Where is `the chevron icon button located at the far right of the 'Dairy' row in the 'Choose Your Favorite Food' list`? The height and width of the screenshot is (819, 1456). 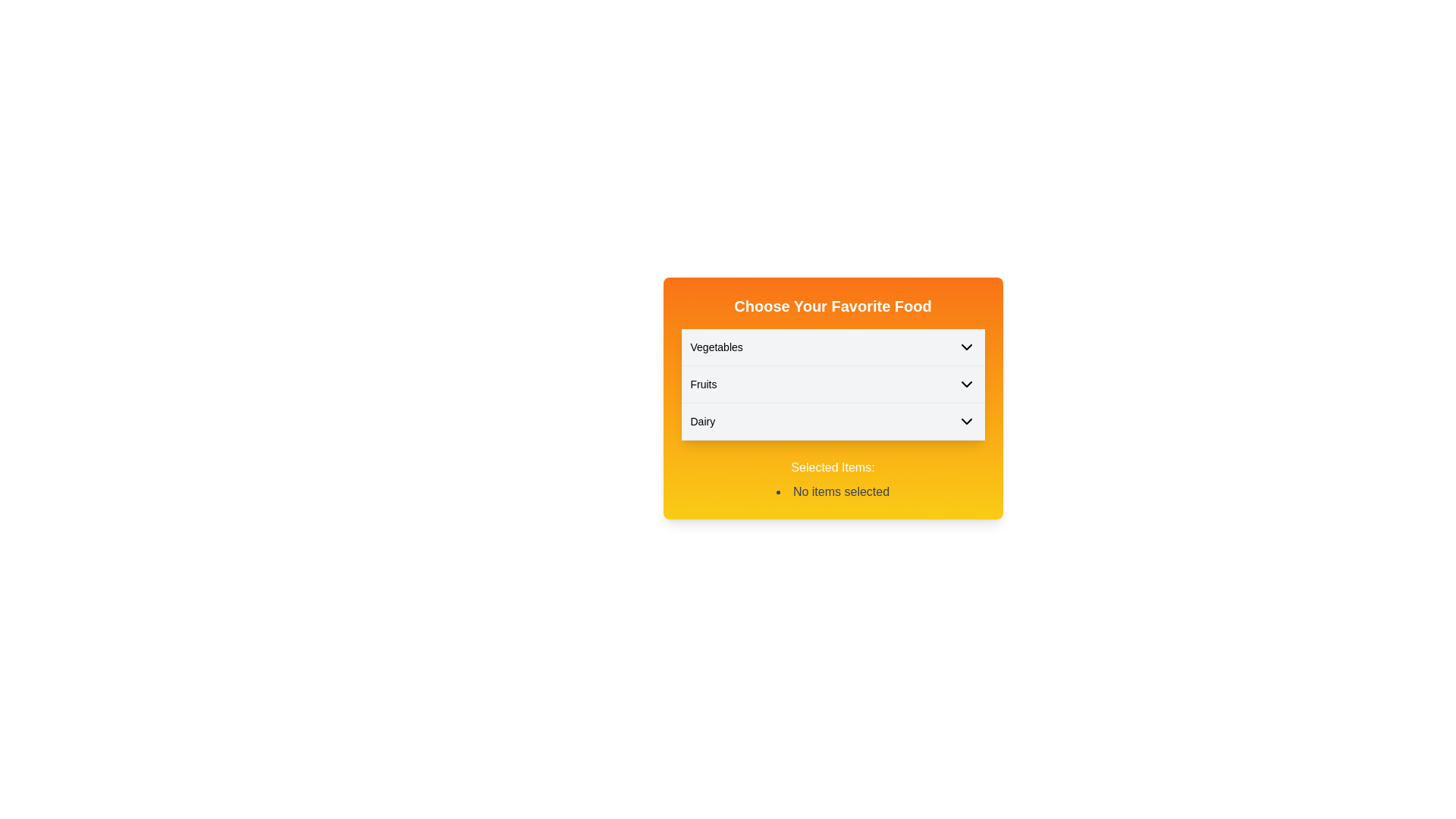 the chevron icon button located at the far right of the 'Dairy' row in the 'Choose Your Favorite Food' list is located at coordinates (965, 421).